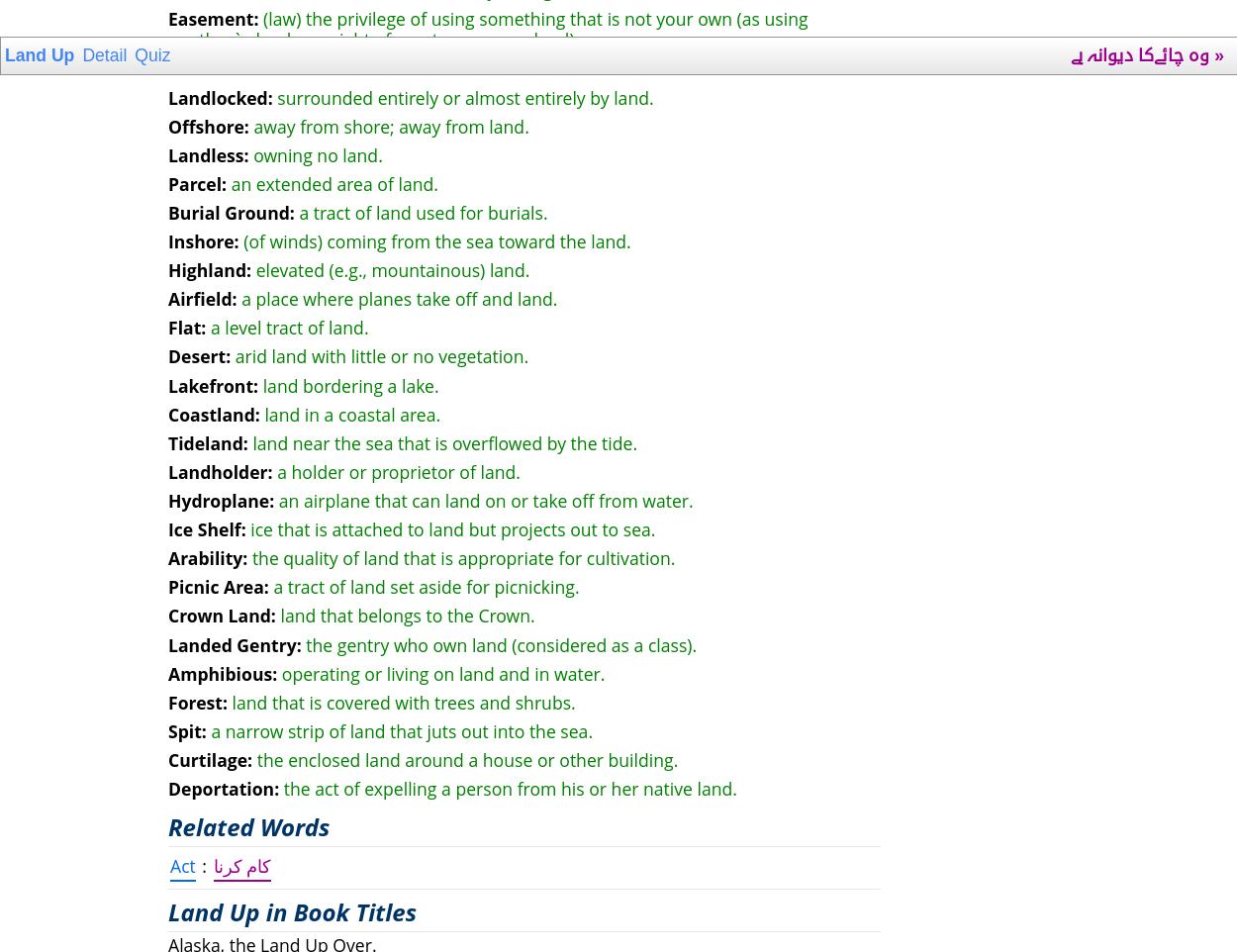 This screenshot has width=1237, height=952. Describe the element at coordinates (281, 672) in the screenshot. I see `'operating or living on land and in water.'` at that location.